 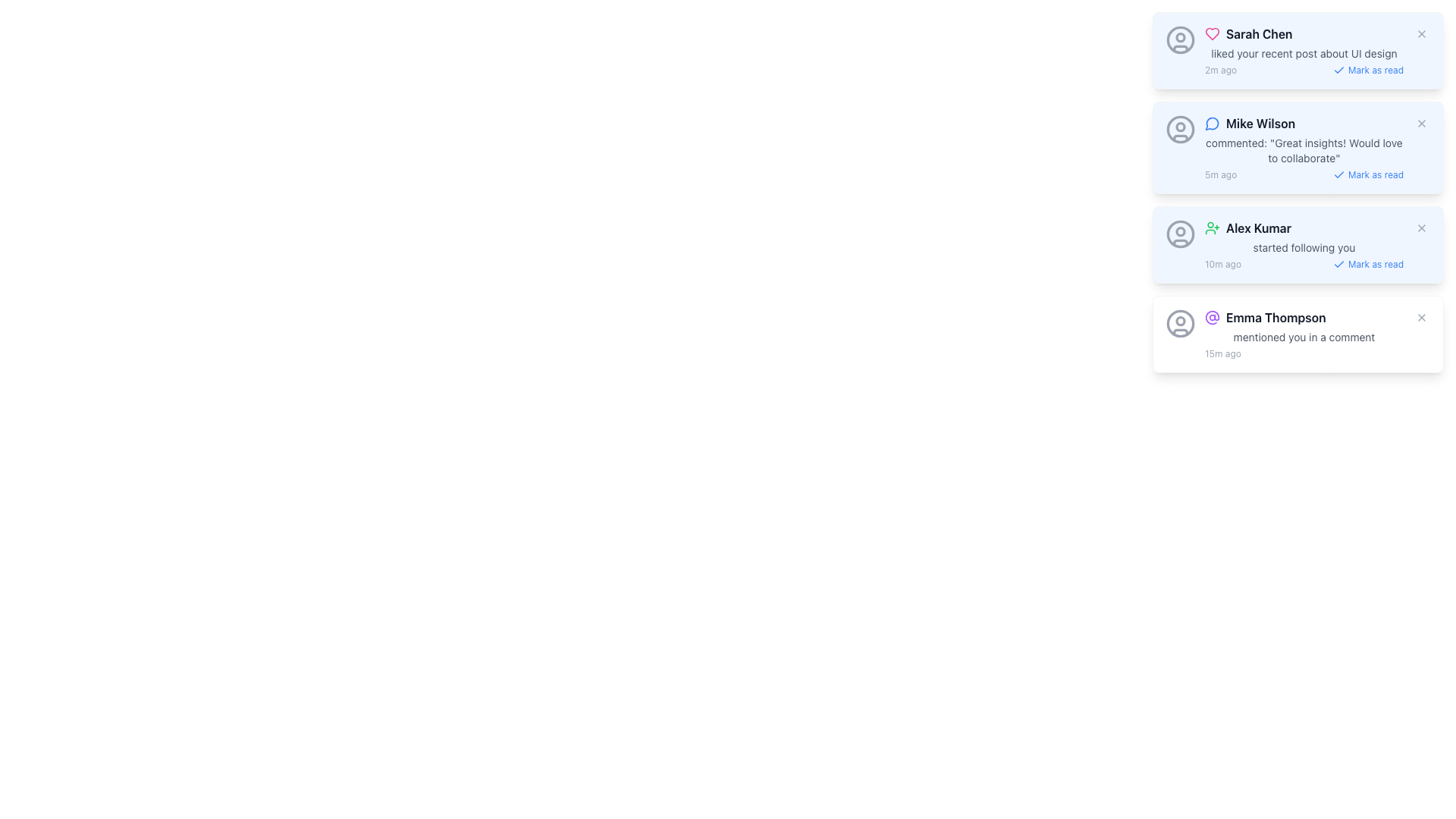 I want to click on the circular user icon for 'Mike Wilson' located at the top-left corner of the notification card, so click(x=1179, y=128).